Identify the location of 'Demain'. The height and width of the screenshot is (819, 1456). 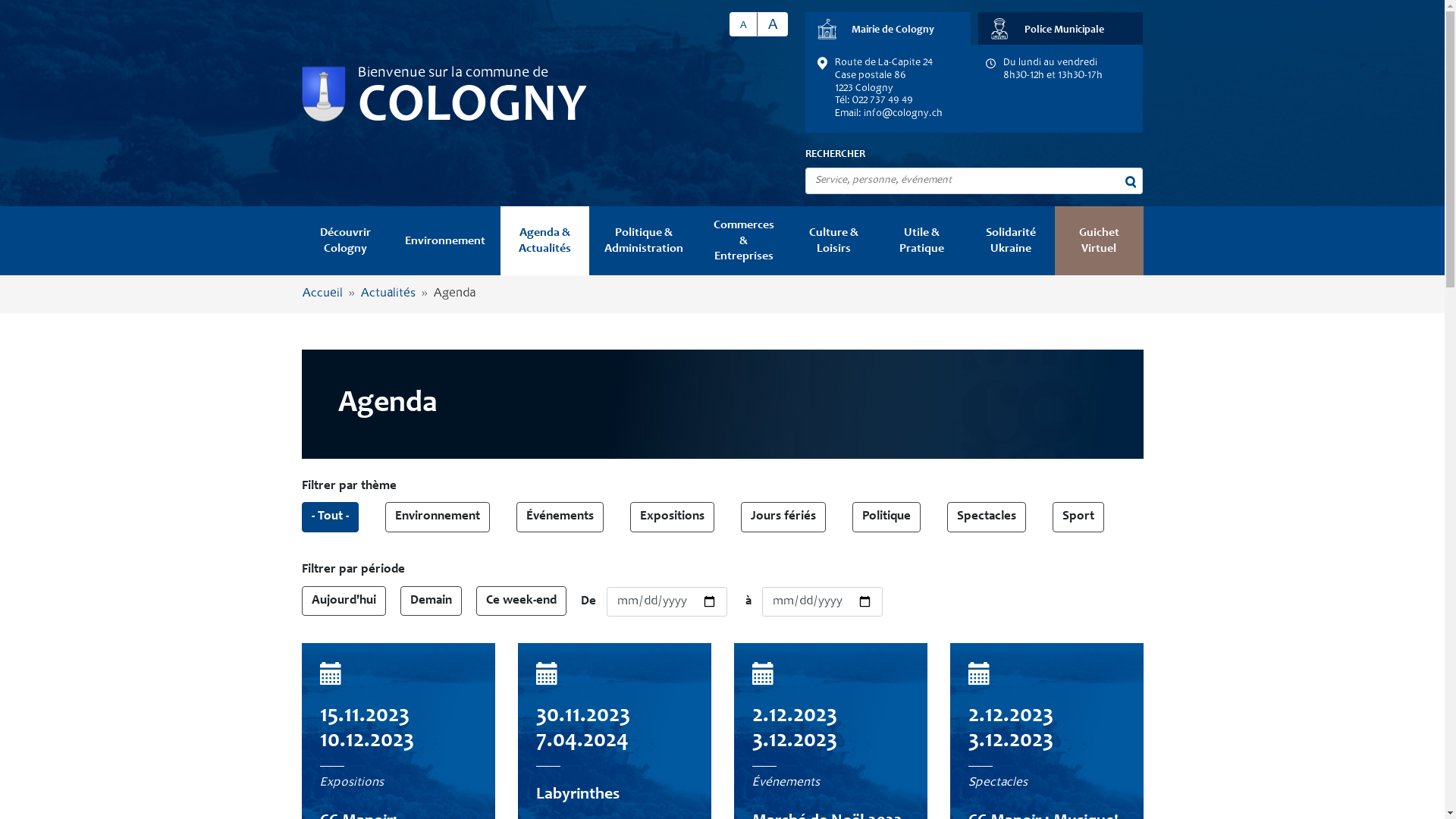
(430, 601).